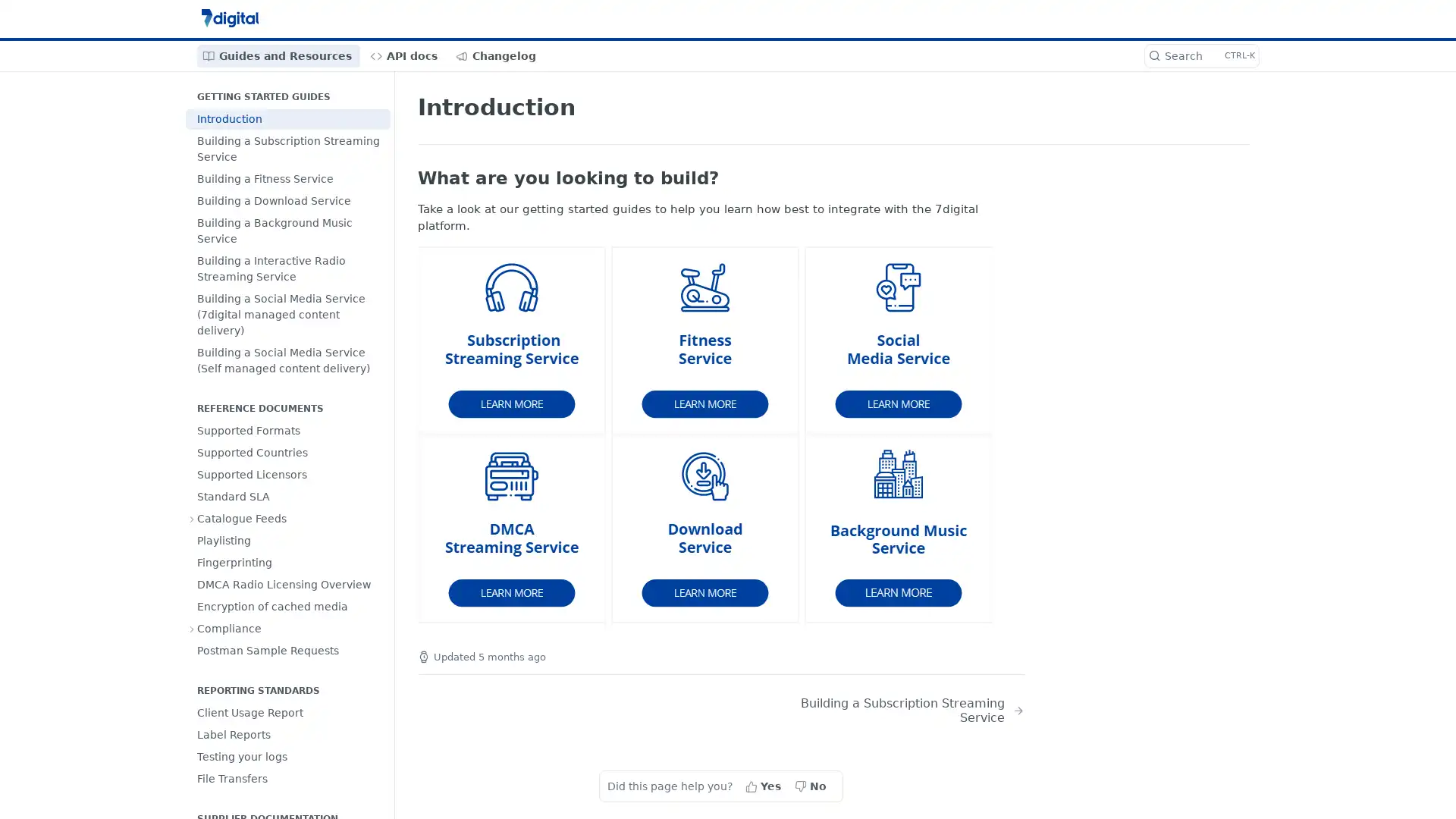  What do you see at coordinates (513, 338) in the screenshot?
I see `homepage` at bounding box center [513, 338].